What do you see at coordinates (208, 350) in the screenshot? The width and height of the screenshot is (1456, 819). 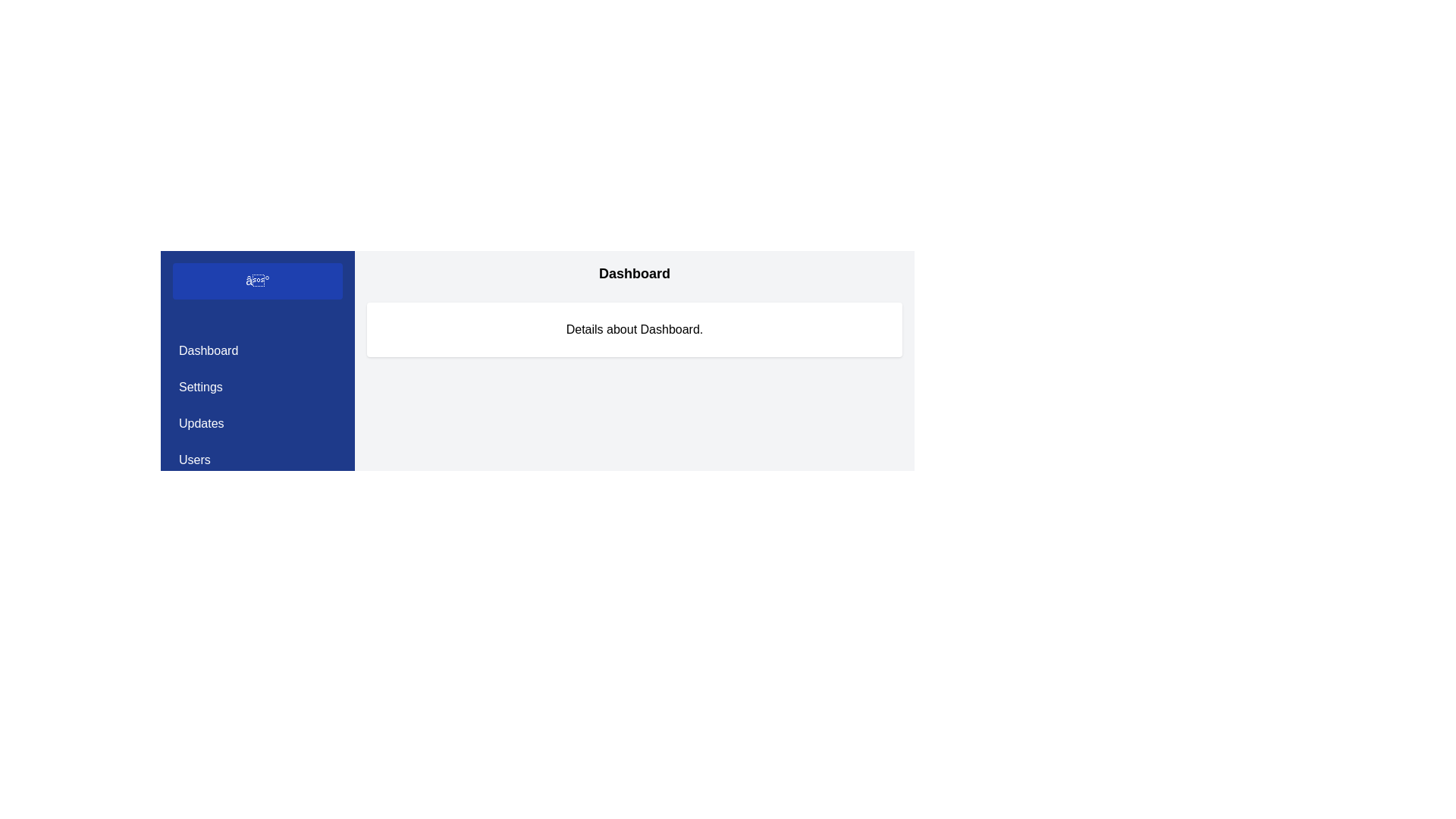 I see `the topmost navigation link or label in the left-side menu` at bounding box center [208, 350].